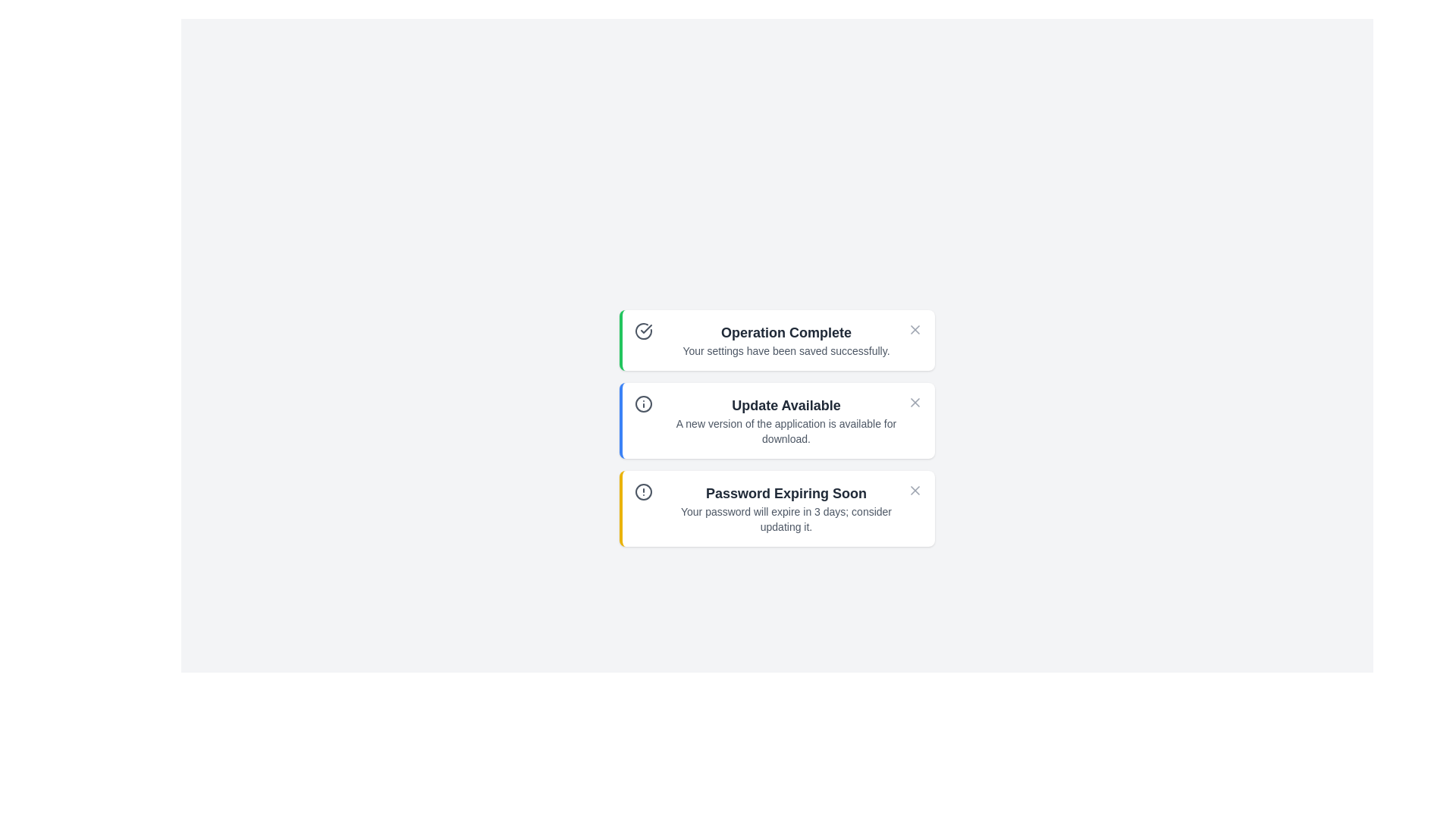  Describe the element at coordinates (914, 402) in the screenshot. I see `the close button located in the top-right corner of the notification card that reads 'Update Available: A new version of the application is available for download.'` at that location.